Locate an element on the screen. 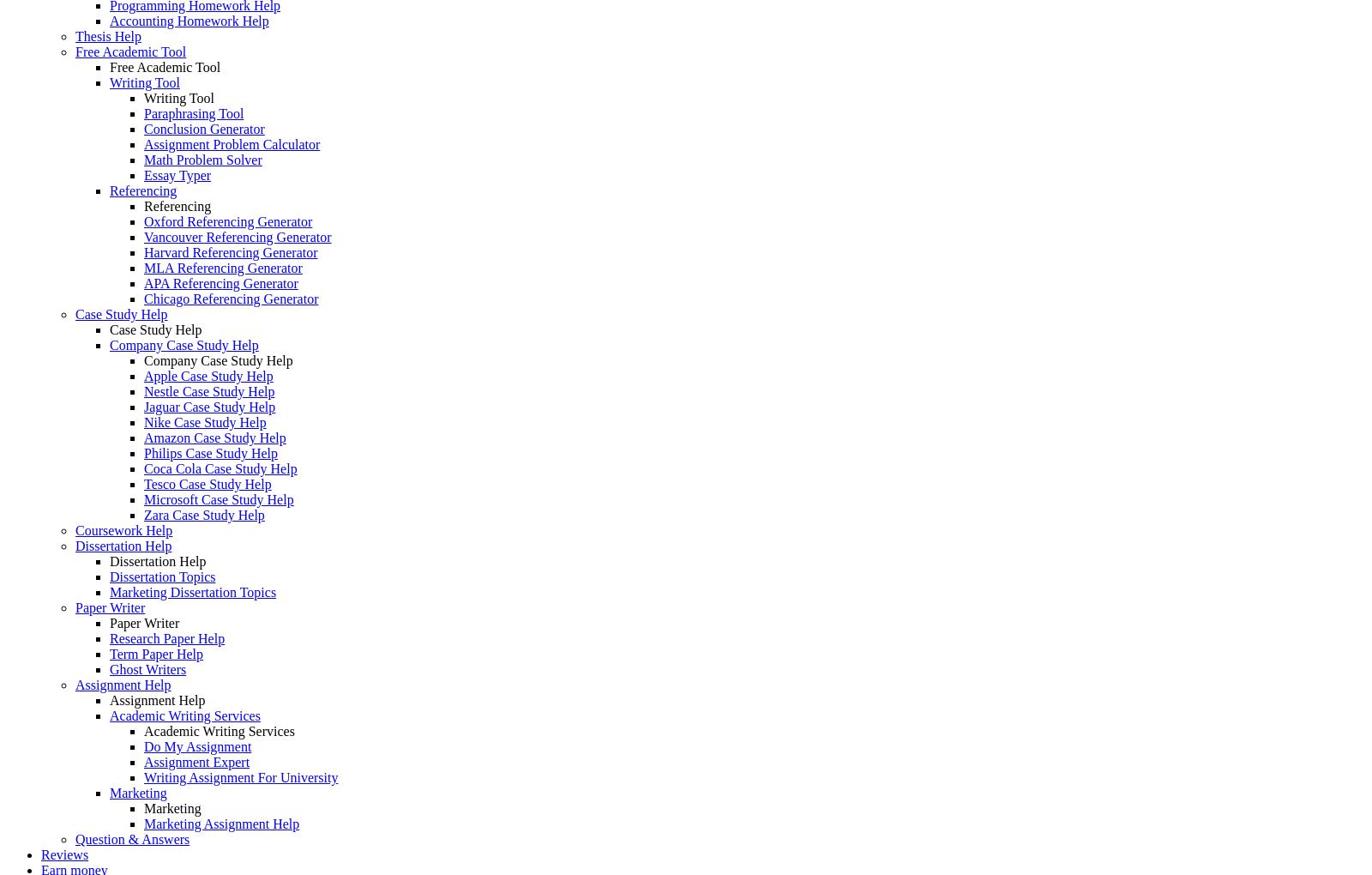 This screenshot has height=875, width=1372. 'Microsoft Case Study Help' is located at coordinates (219, 499).